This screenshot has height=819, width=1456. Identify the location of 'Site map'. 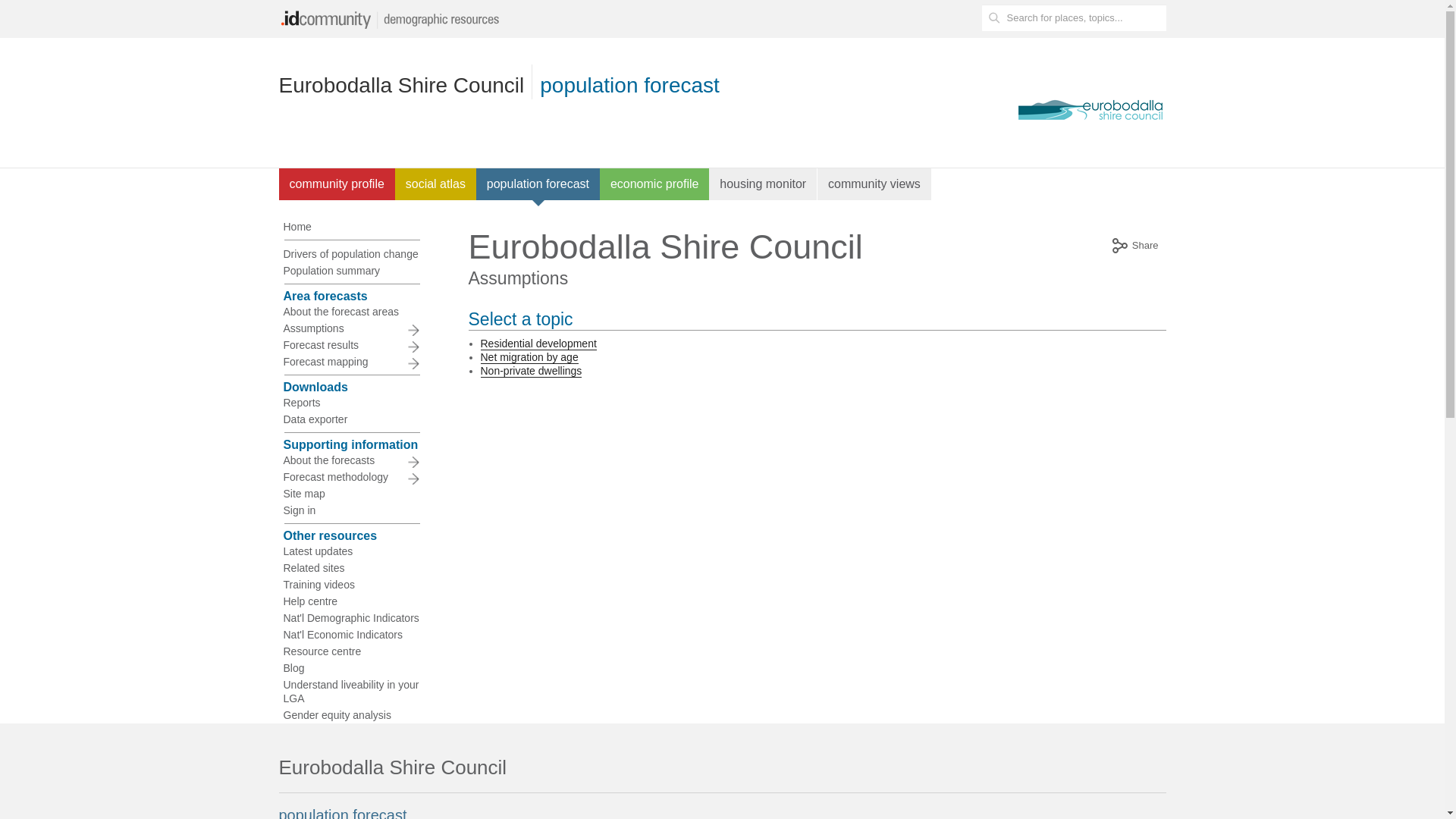
(350, 494).